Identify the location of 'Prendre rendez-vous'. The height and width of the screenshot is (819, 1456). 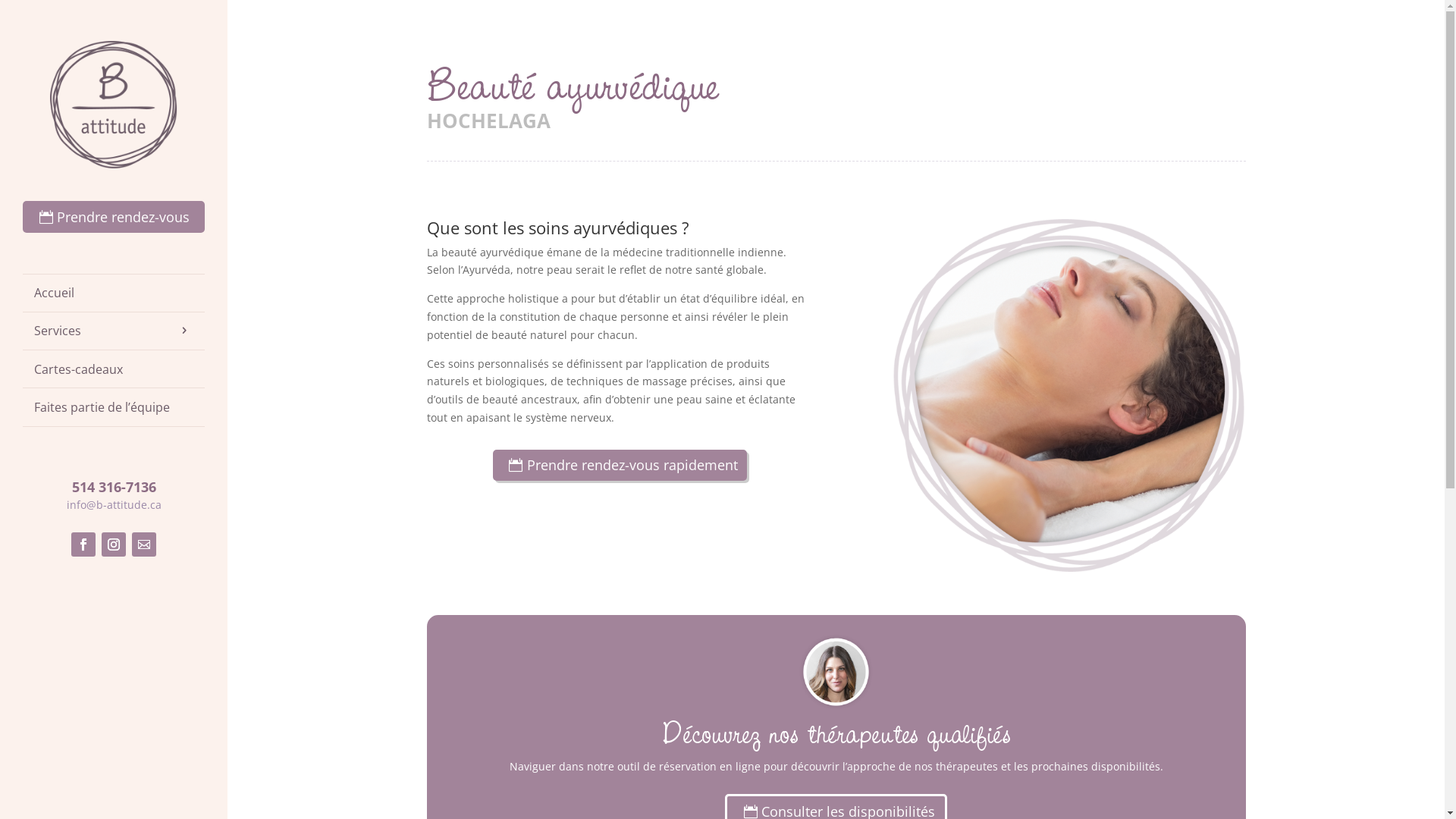
(112, 216).